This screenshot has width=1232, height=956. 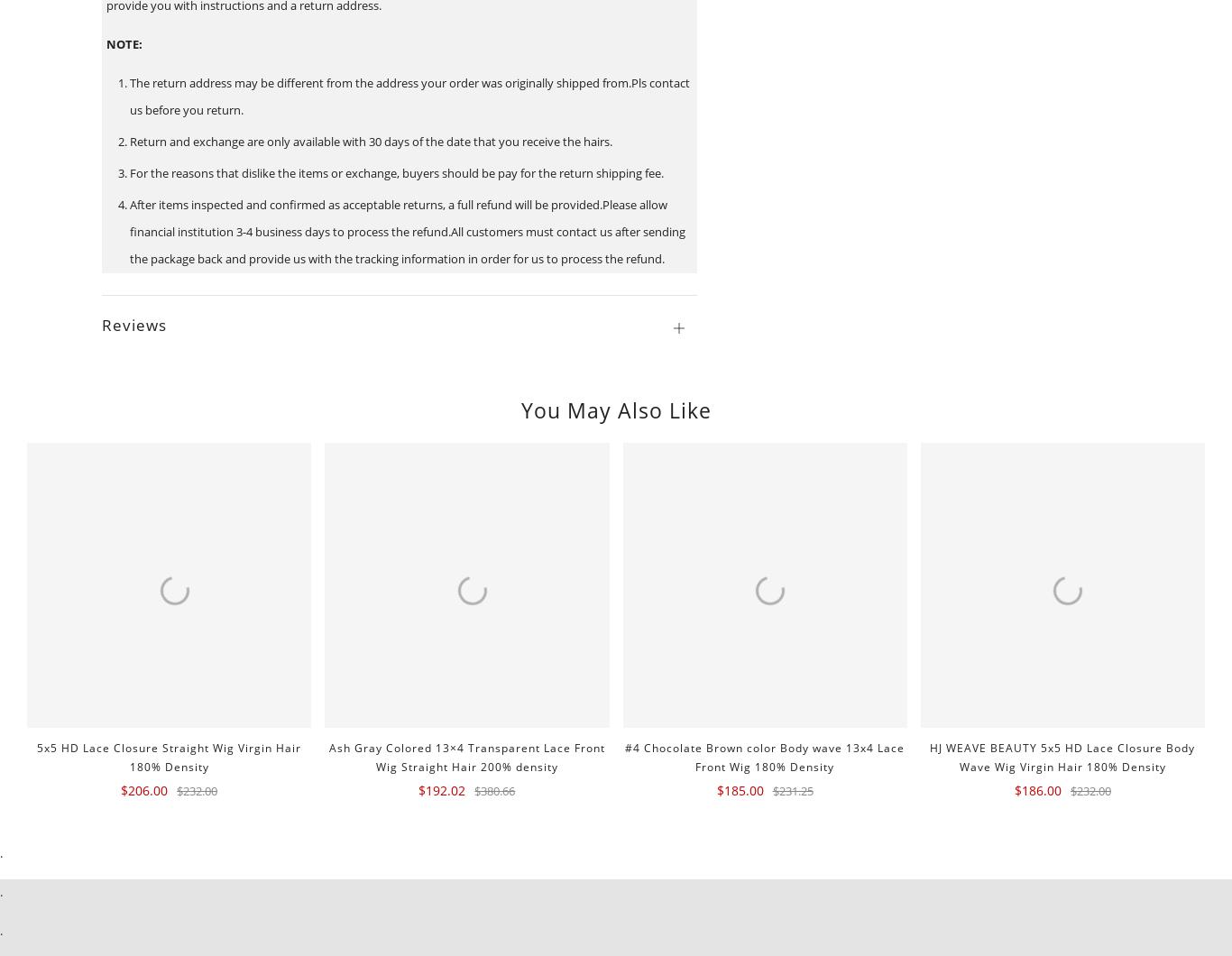 What do you see at coordinates (36, 756) in the screenshot?
I see `'5x5 HD Lace Closure Straight Wig Virgin Hair 180% Density'` at bounding box center [36, 756].